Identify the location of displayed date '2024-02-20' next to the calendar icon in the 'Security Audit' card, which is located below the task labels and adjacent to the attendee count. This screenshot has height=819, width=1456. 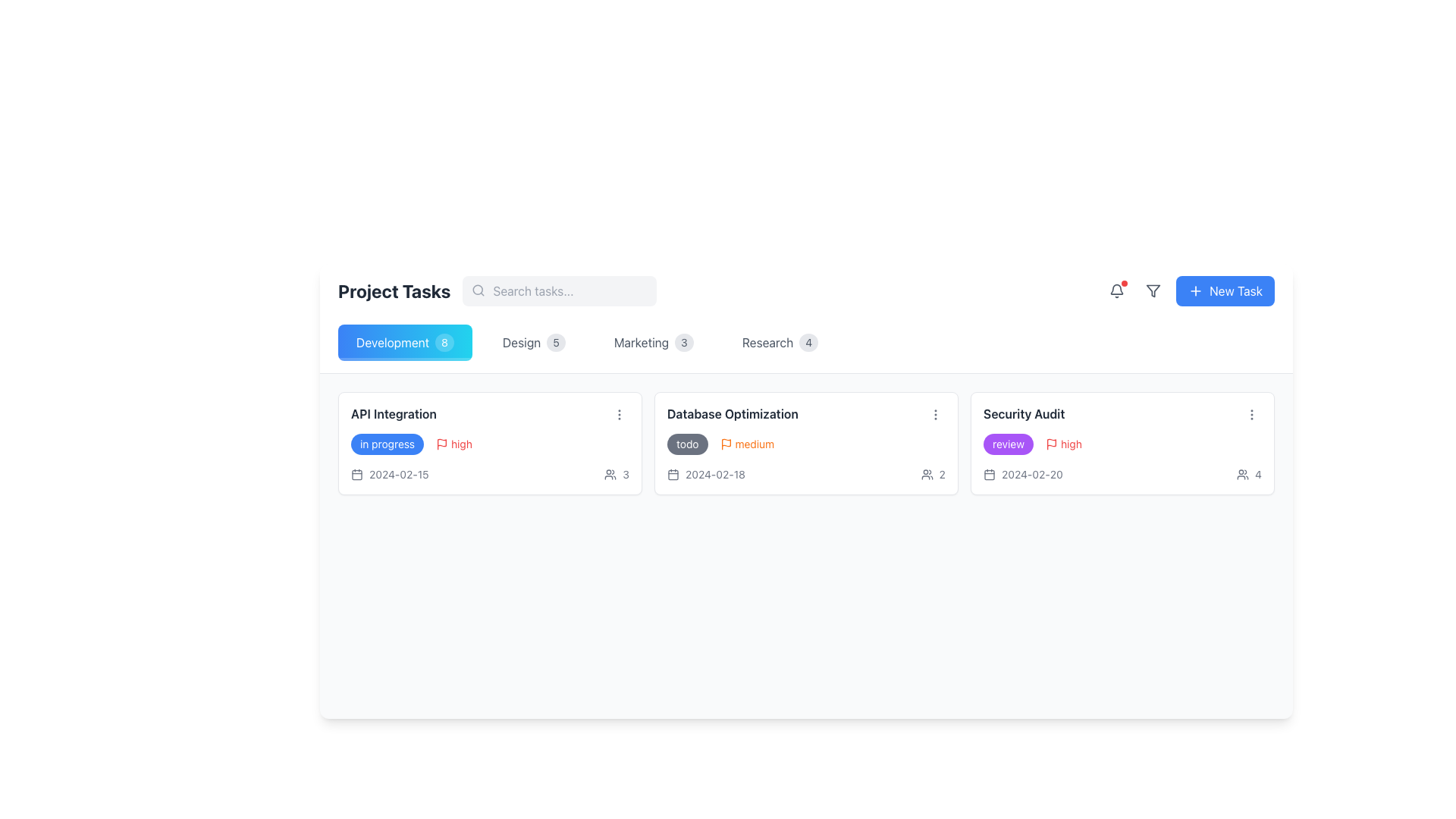
(1023, 473).